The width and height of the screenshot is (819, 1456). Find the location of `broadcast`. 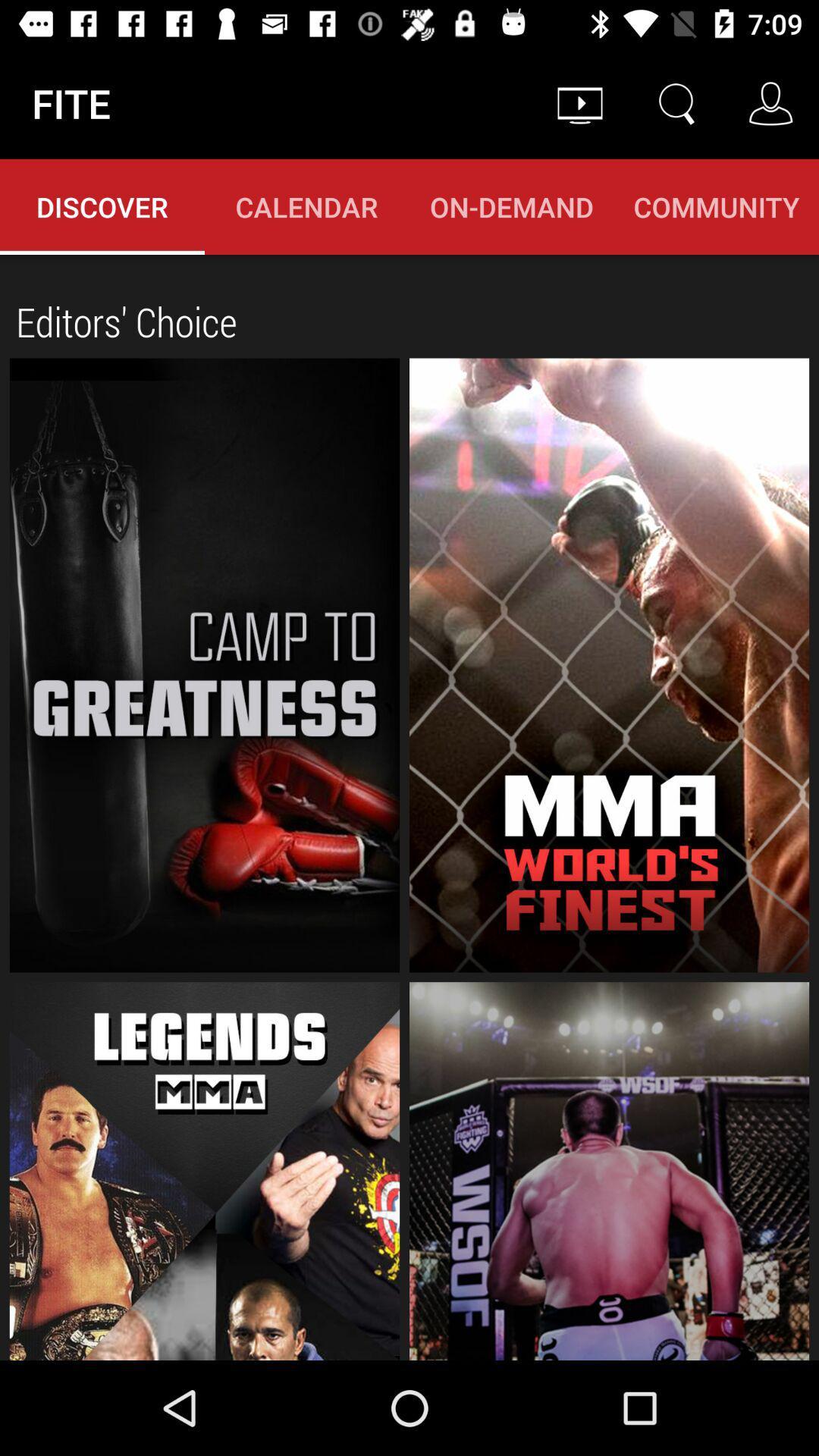

broadcast is located at coordinates (608, 665).